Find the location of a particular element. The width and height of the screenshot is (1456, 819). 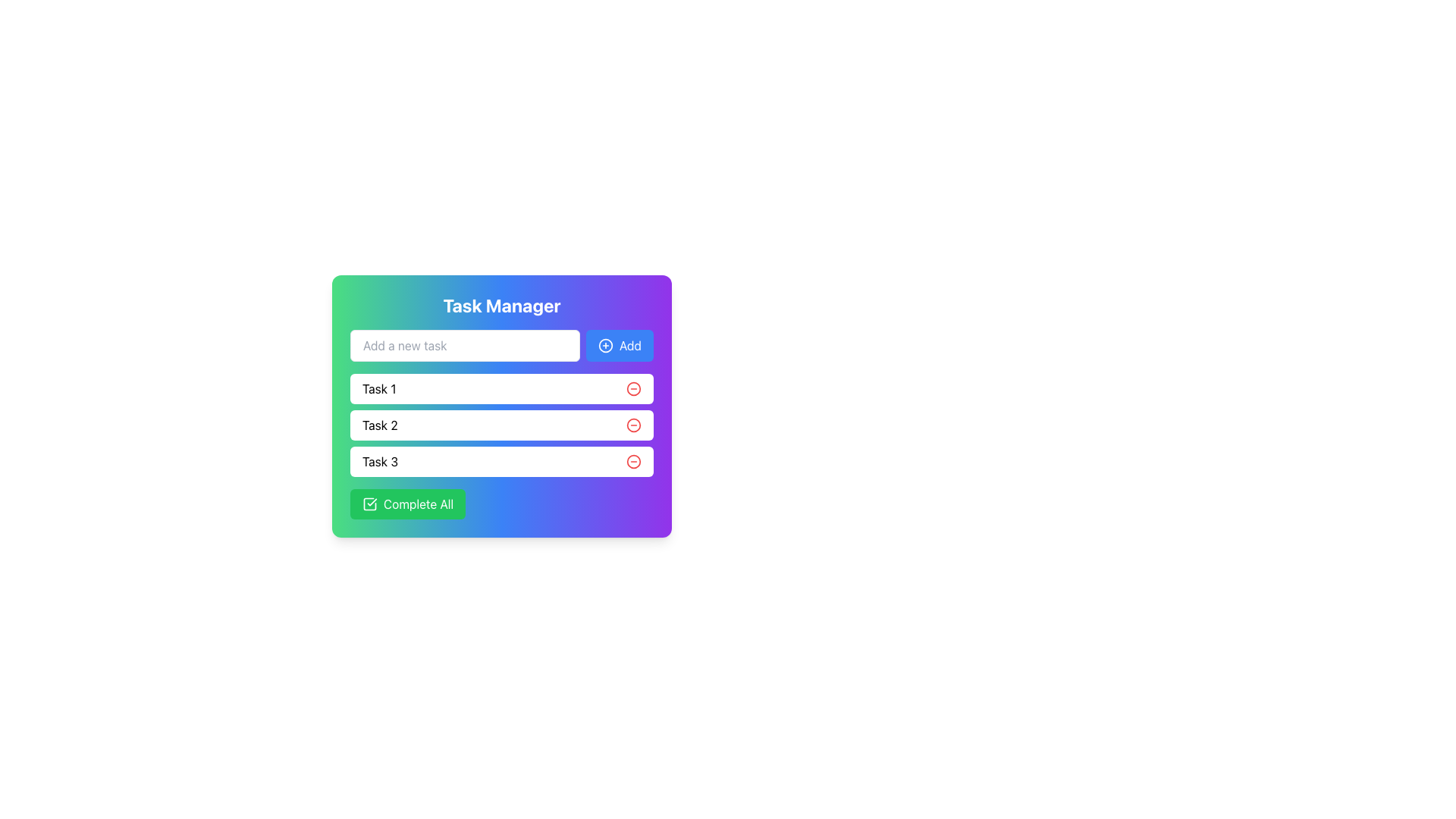

the circular SVG element that represents the outer circle of the minus icon, located to the right of the text 'Task 2' is located at coordinates (633, 425).